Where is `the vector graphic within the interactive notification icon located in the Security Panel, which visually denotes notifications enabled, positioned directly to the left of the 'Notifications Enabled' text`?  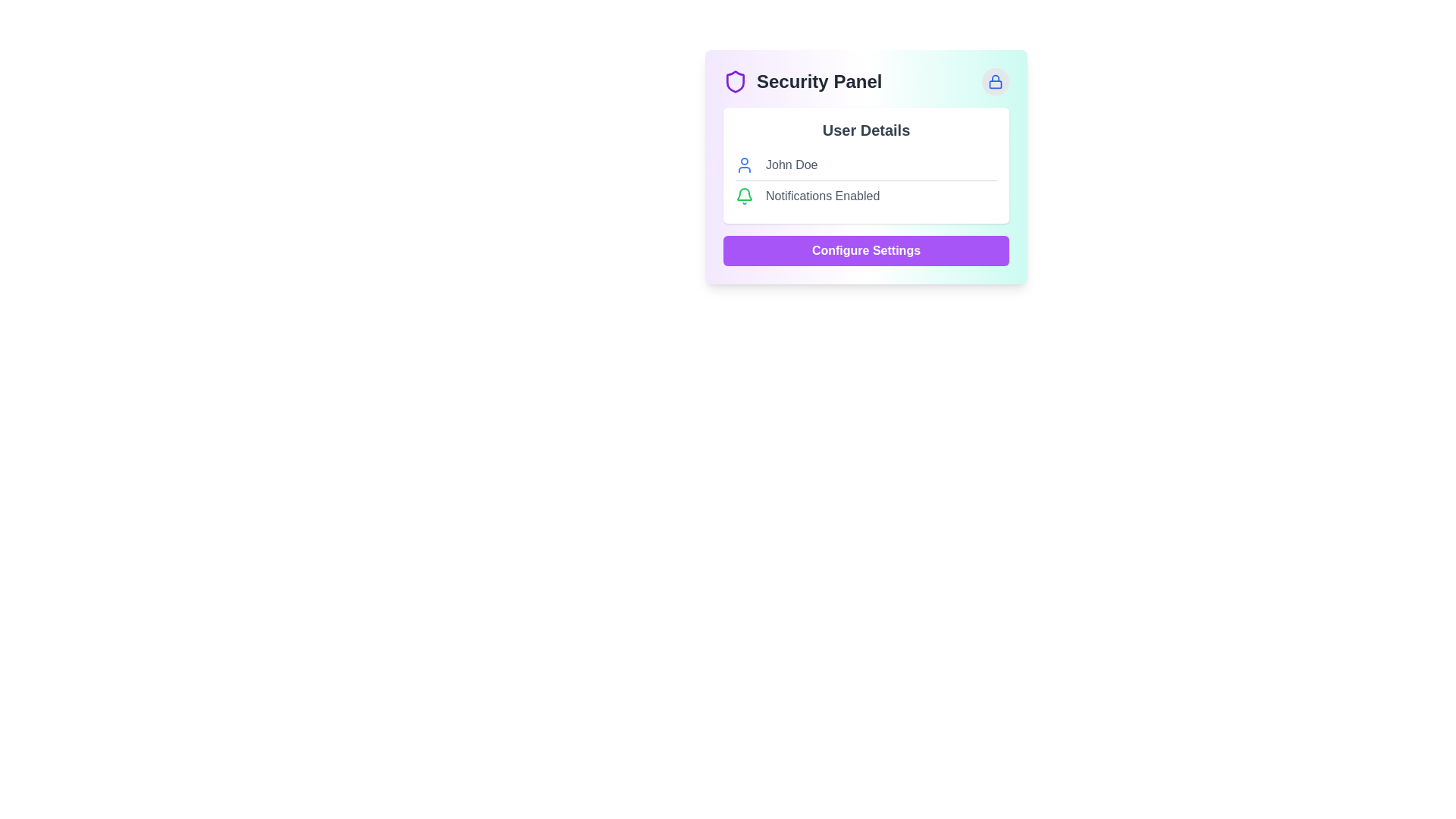
the vector graphic within the interactive notification icon located in the Security Panel, which visually denotes notifications enabled, positioned directly to the left of the 'Notifications Enabled' text is located at coordinates (745, 193).